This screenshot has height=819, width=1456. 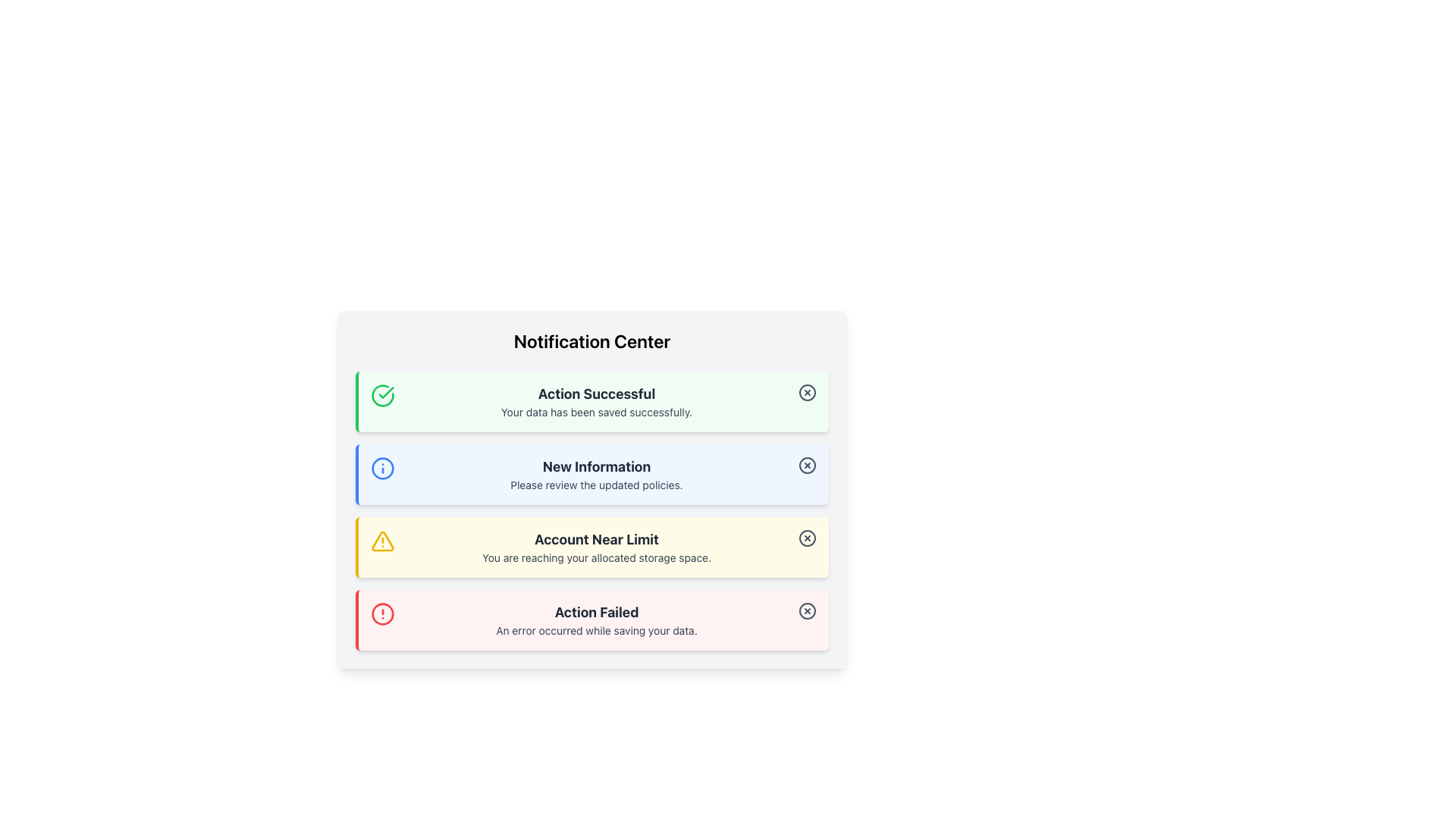 What do you see at coordinates (382, 394) in the screenshot?
I see `the status icon located to the left of the 'Action Successful' text in the green-highlighted notification bar` at bounding box center [382, 394].